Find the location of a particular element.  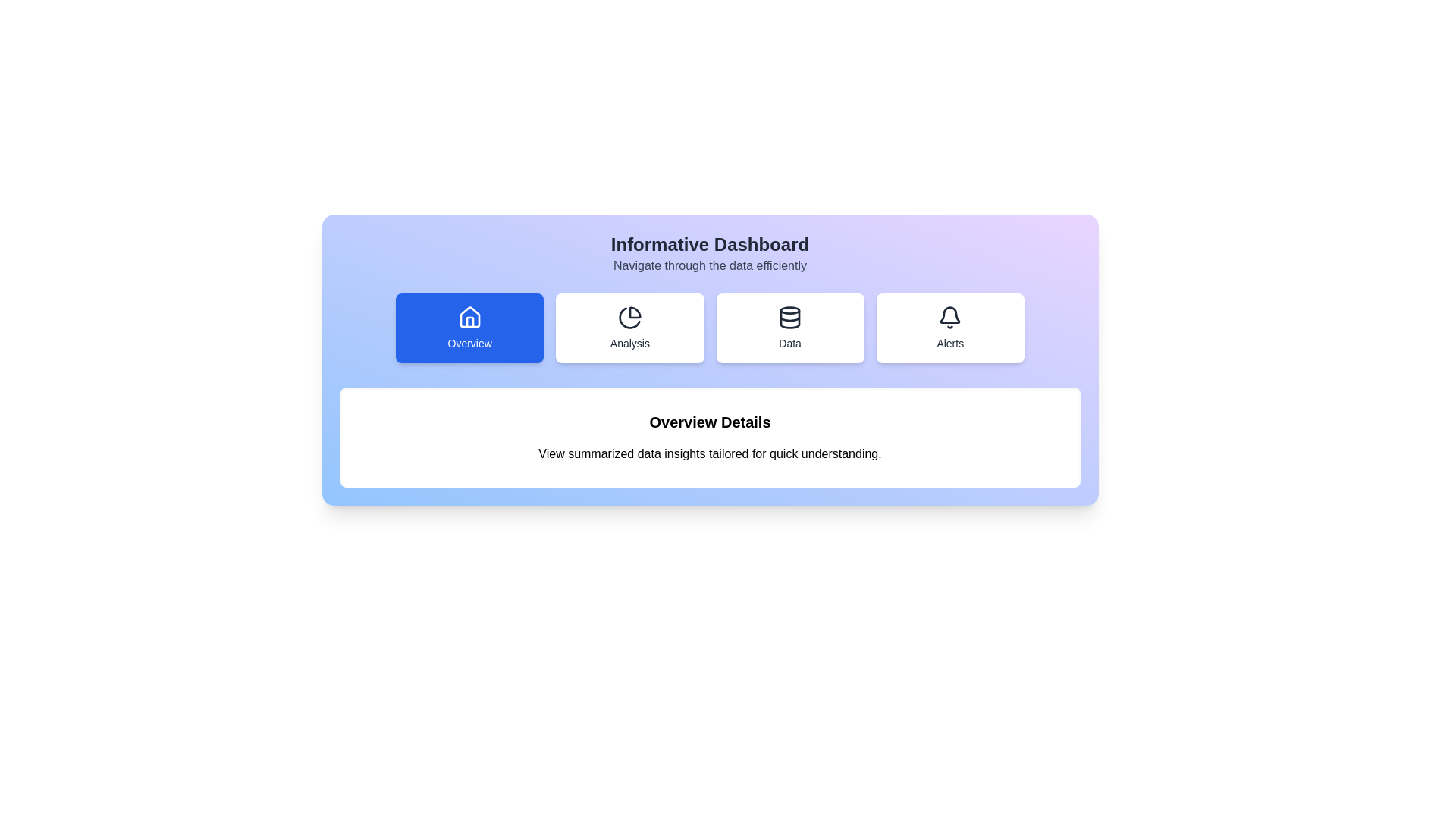

the 'Data' button, which is a rectangular UI component with a white background, shadow effects, rounded corners, and contains the label 'Data' below a stylized database icon is located at coordinates (789, 327).